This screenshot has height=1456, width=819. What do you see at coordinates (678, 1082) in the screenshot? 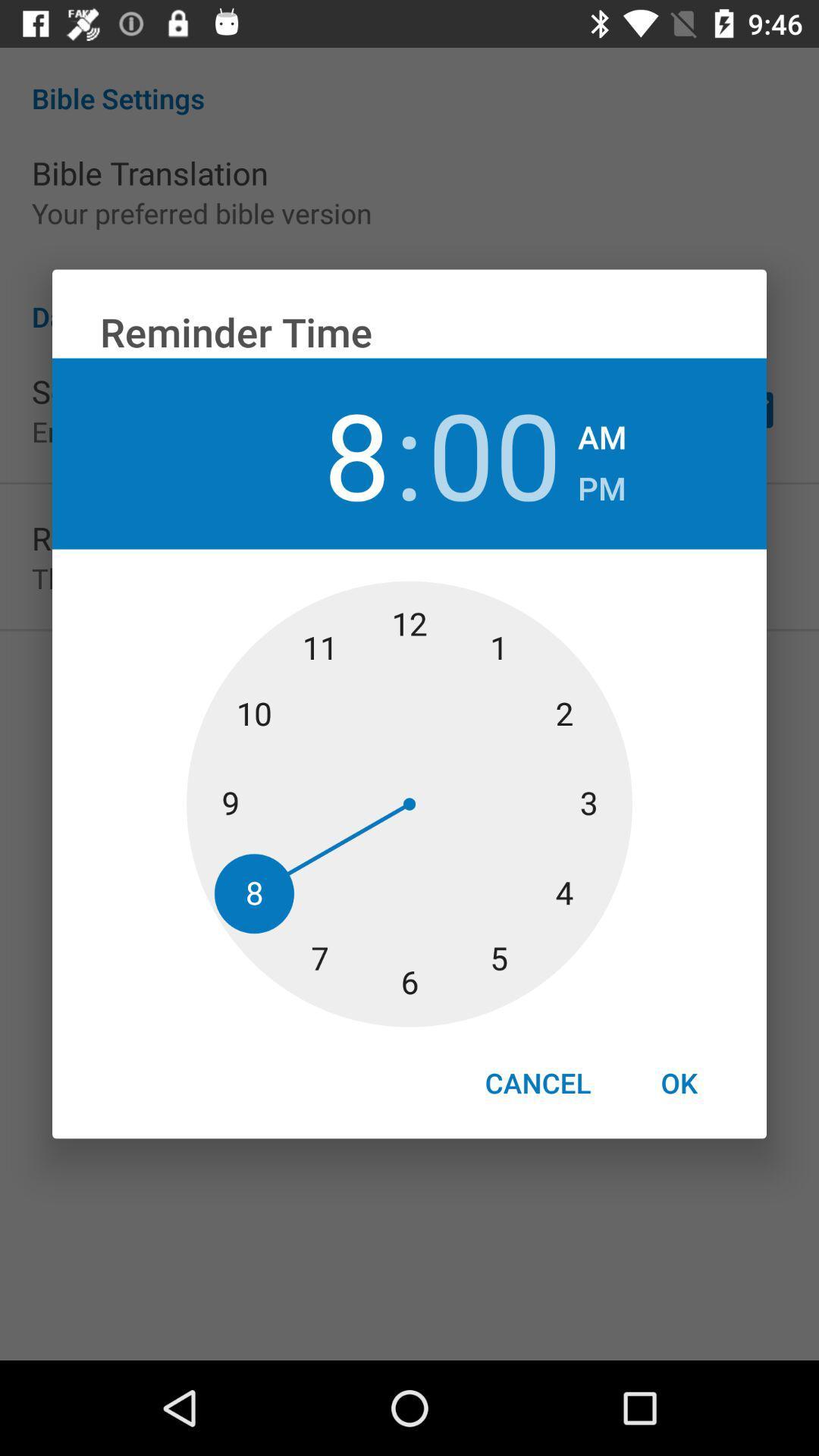
I see `the item next to the cancel item` at bounding box center [678, 1082].